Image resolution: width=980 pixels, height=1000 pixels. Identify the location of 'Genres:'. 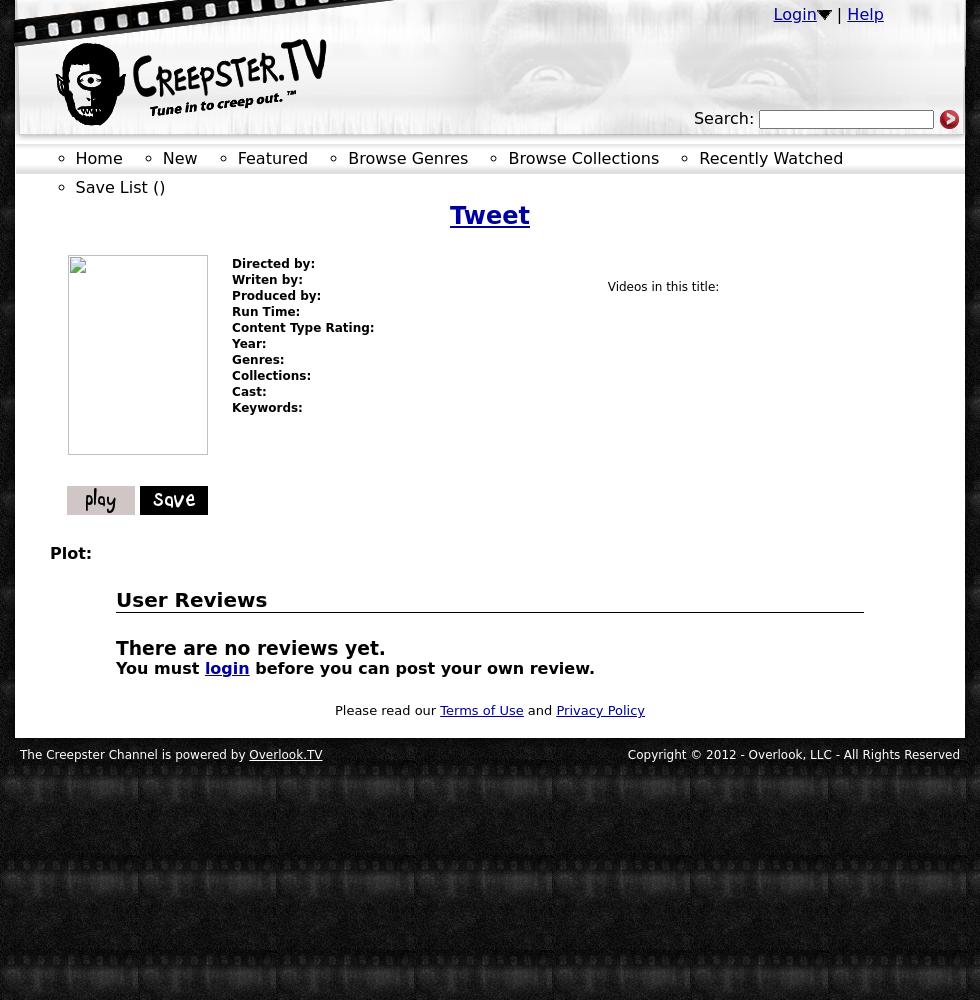
(258, 359).